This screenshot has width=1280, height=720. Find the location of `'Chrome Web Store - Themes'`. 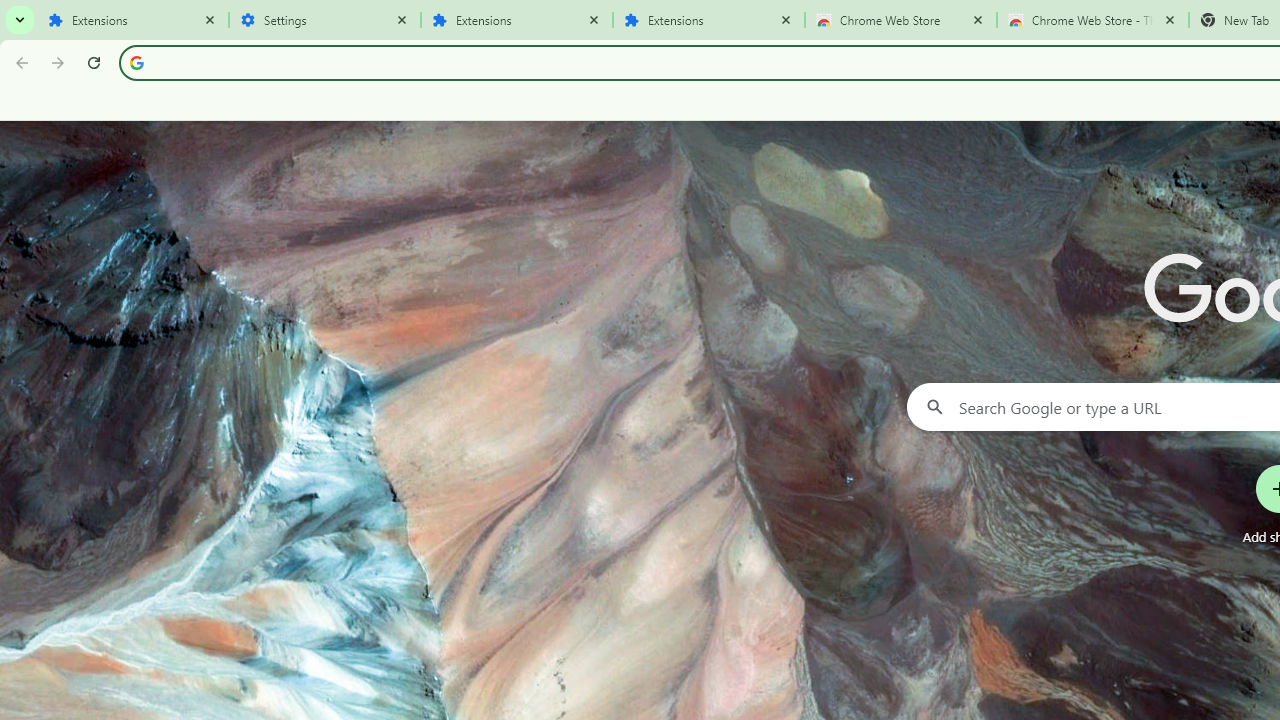

'Chrome Web Store - Themes' is located at coordinates (1092, 20).